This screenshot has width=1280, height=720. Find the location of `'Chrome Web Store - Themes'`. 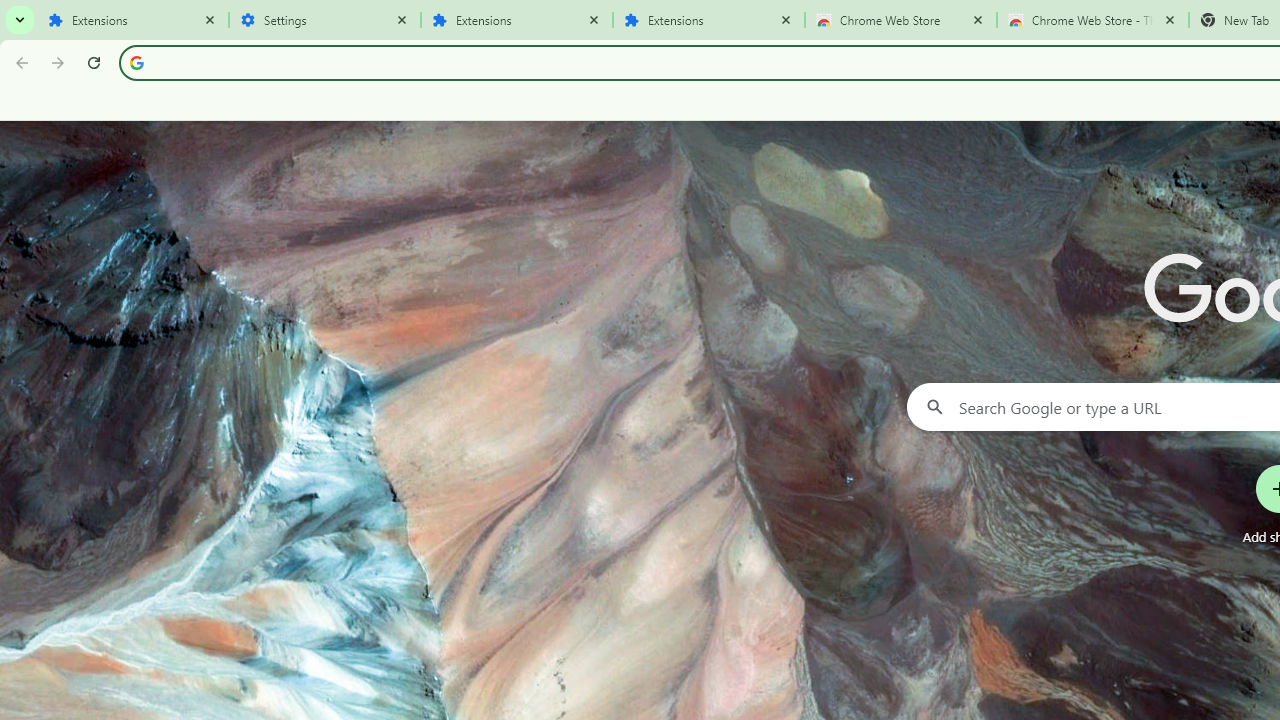

'Chrome Web Store - Themes' is located at coordinates (1092, 20).